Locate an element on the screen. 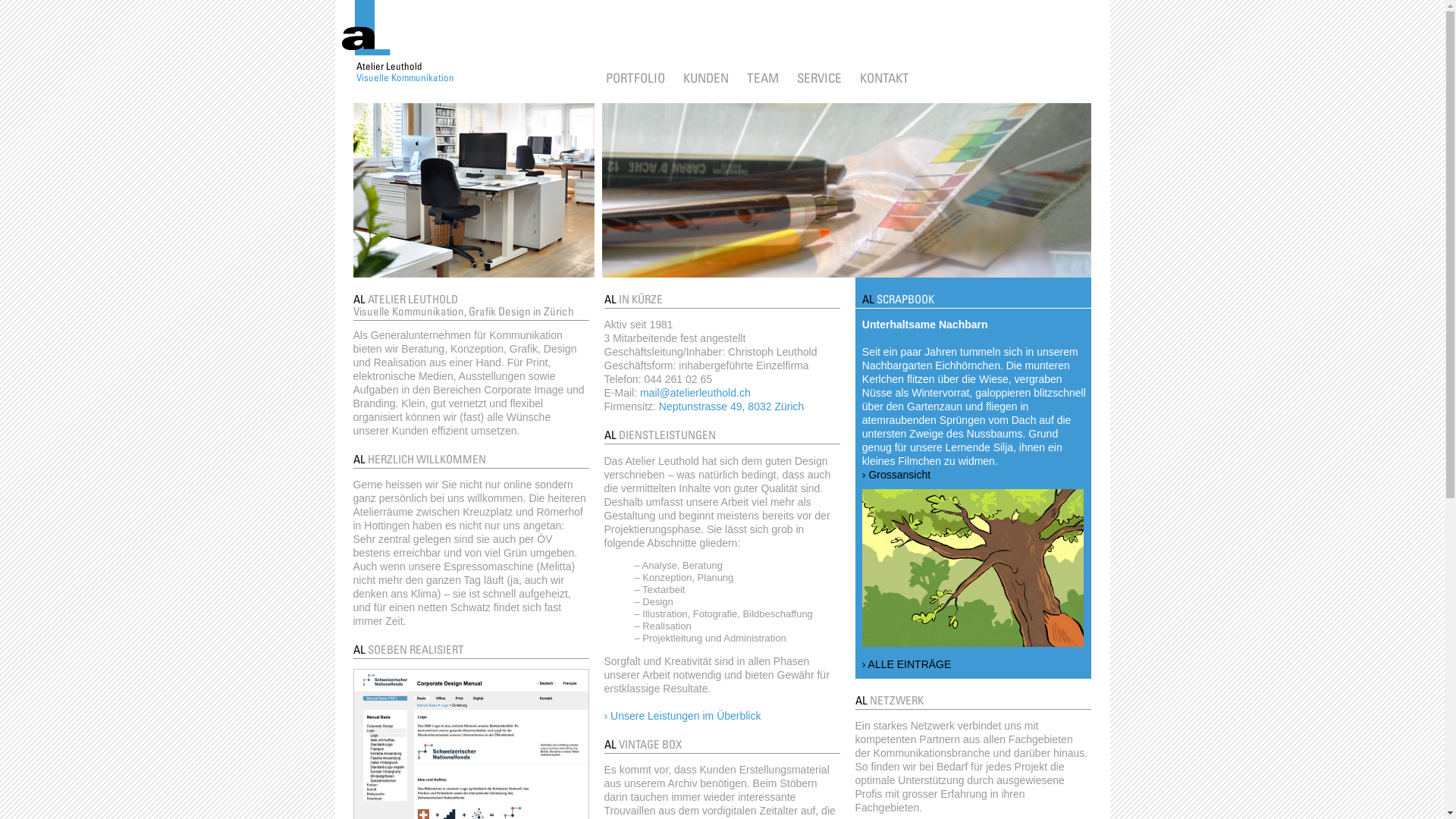 The width and height of the screenshot is (1456, 819). 'mail@atelierleuthold.ch' is located at coordinates (694, 391).